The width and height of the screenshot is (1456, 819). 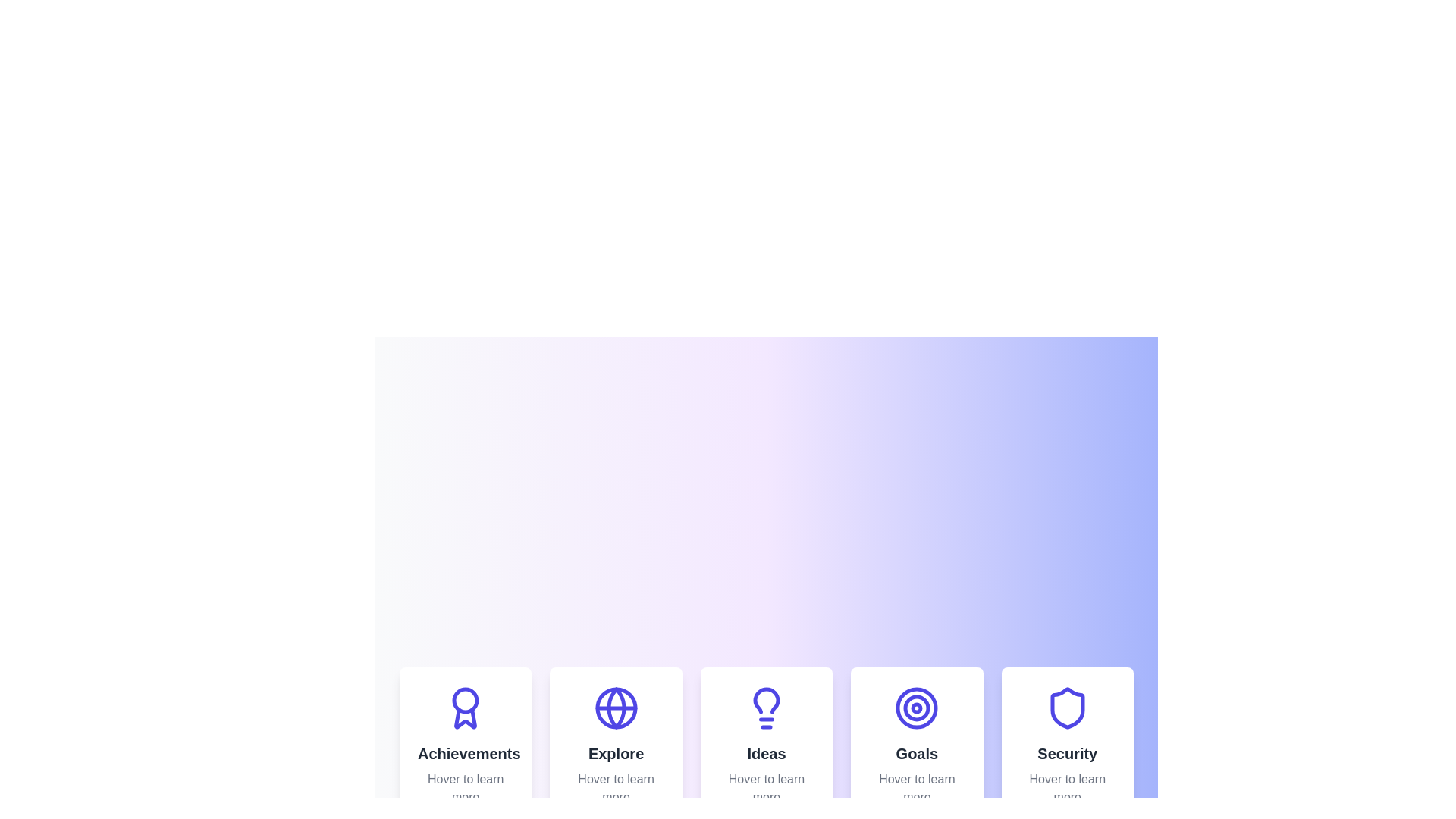 What do you see at coordinates (767, 701) in the screenshot?
I see `the uppermost section of the lightbulb icon within the 'Ideas' card, which is part of an SVG illustration, located at the center of the card's upper half` at bounding box center [767, 701].